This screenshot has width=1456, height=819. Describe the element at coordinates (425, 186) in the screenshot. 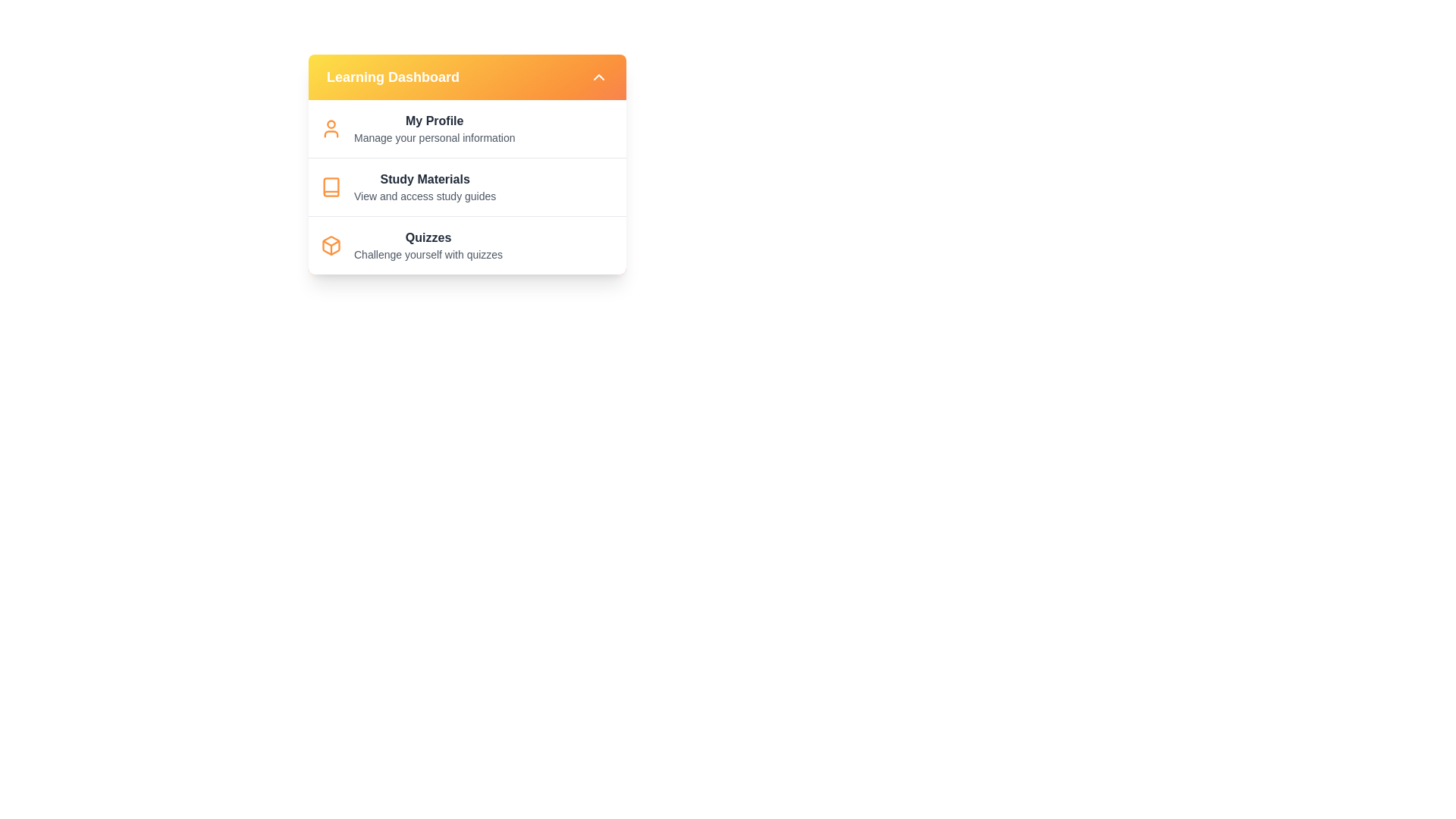

I see `the menu item Study Materials from the LearningMenu` at that location.